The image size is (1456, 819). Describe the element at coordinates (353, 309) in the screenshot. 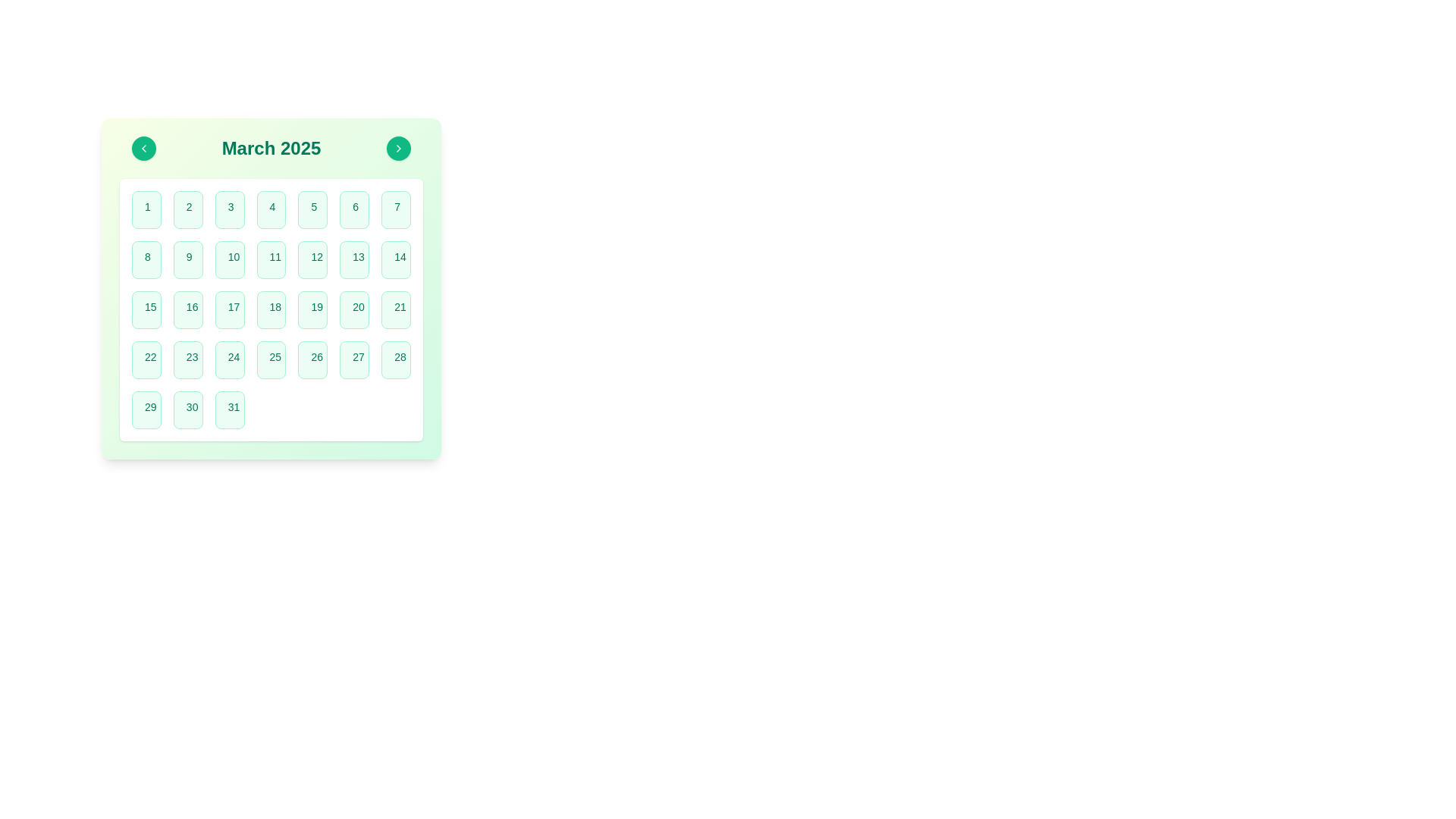

I see `the Calendar Day Box representing the 20th day of March 2025 located in the fourth row and sixth column of the calendar grid` at that location.